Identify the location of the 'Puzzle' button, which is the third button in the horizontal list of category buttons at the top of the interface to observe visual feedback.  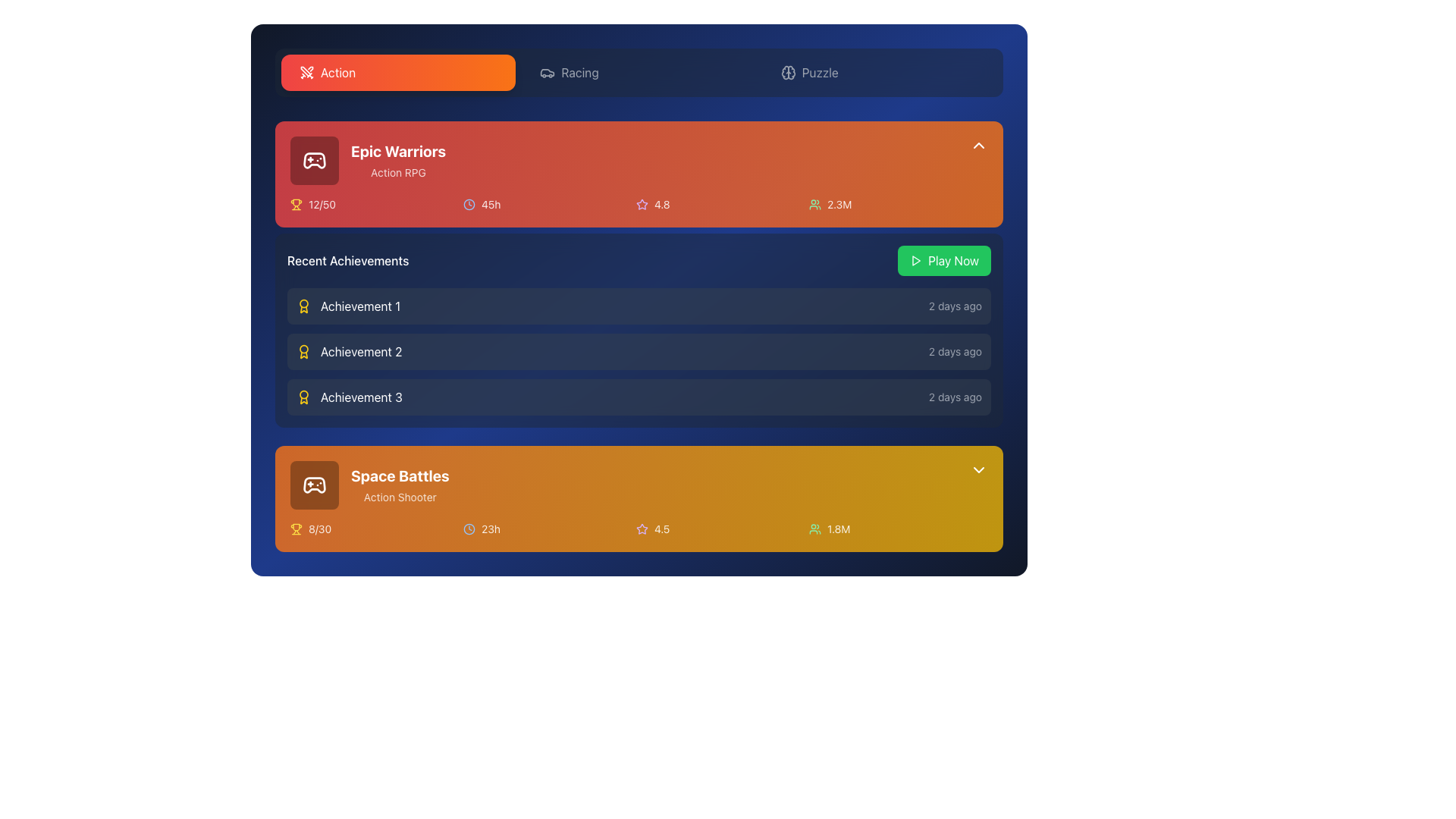
(880, 73).